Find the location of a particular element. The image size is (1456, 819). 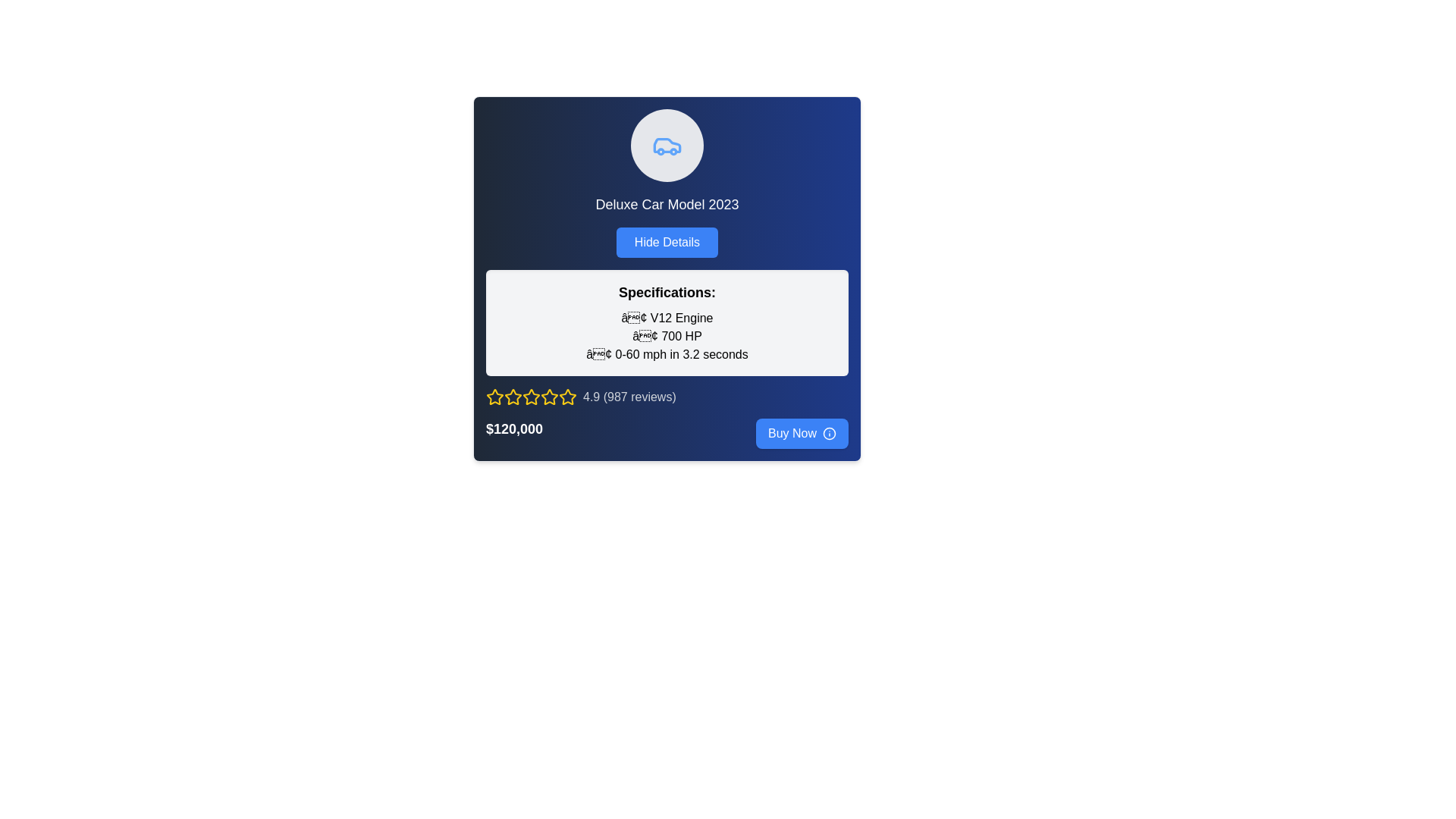

the first star-shaped icon with a yellow border that represents a potential rating component, located directly above the text '$120,000' is located at coordinates (513, 396).